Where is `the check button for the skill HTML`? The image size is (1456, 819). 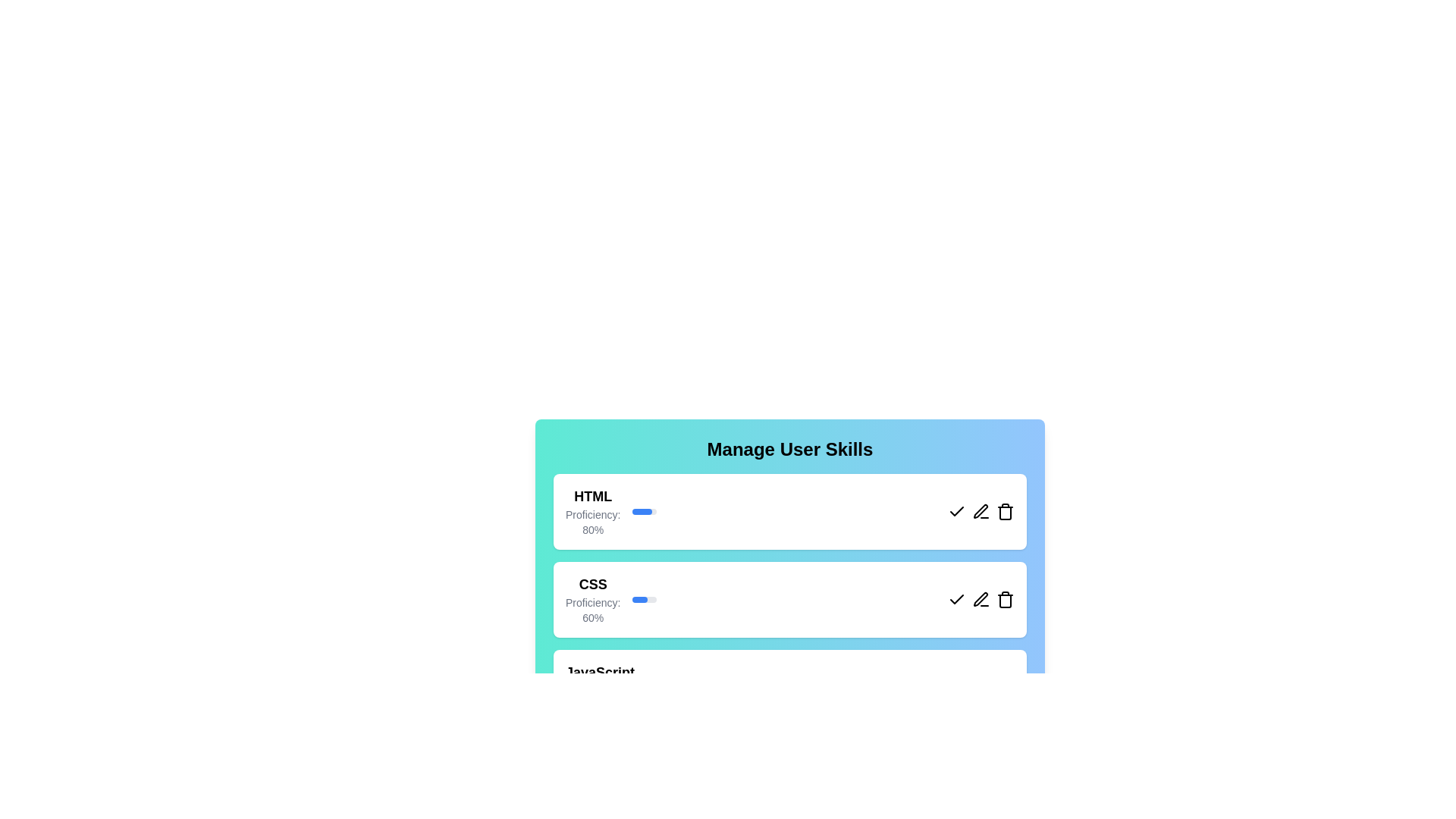 the check button for the skill HTML is located at coordinates (956, 512).